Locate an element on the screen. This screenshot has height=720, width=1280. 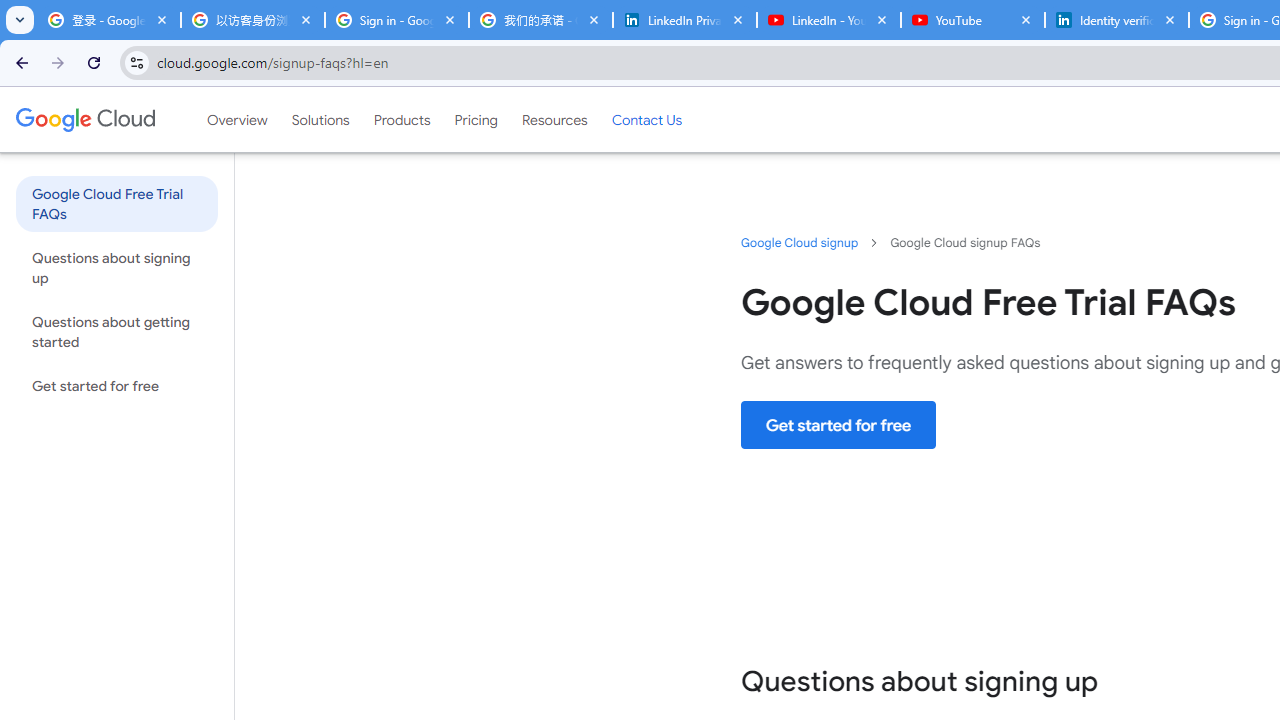
'Get started for free' is located at coordinates (839, 424).